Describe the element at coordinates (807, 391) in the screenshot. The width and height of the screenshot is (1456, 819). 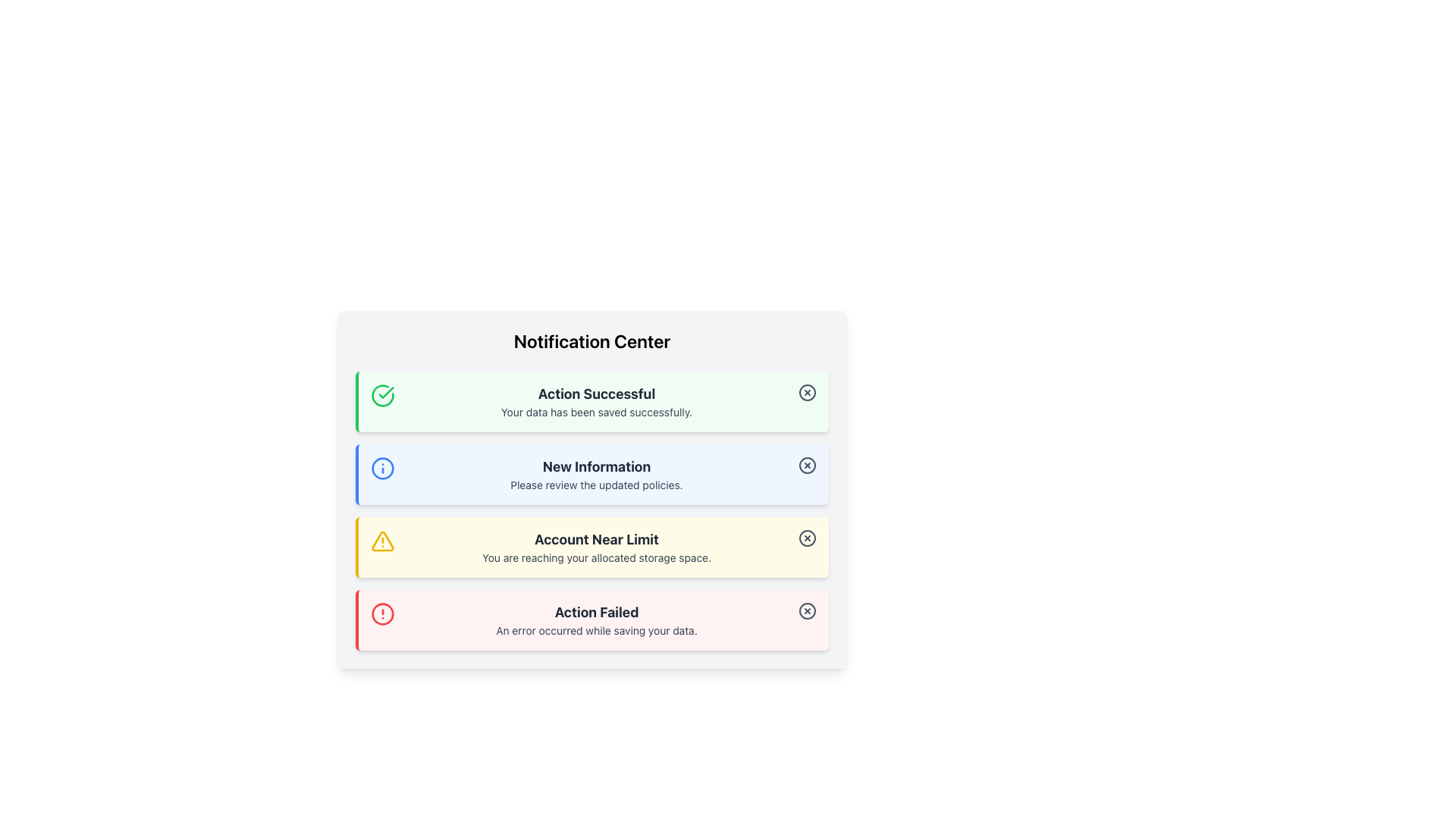
I see `the close button located on the right side of the notification bar titled 'Action Successful' to receive interaction feedback` at that location.